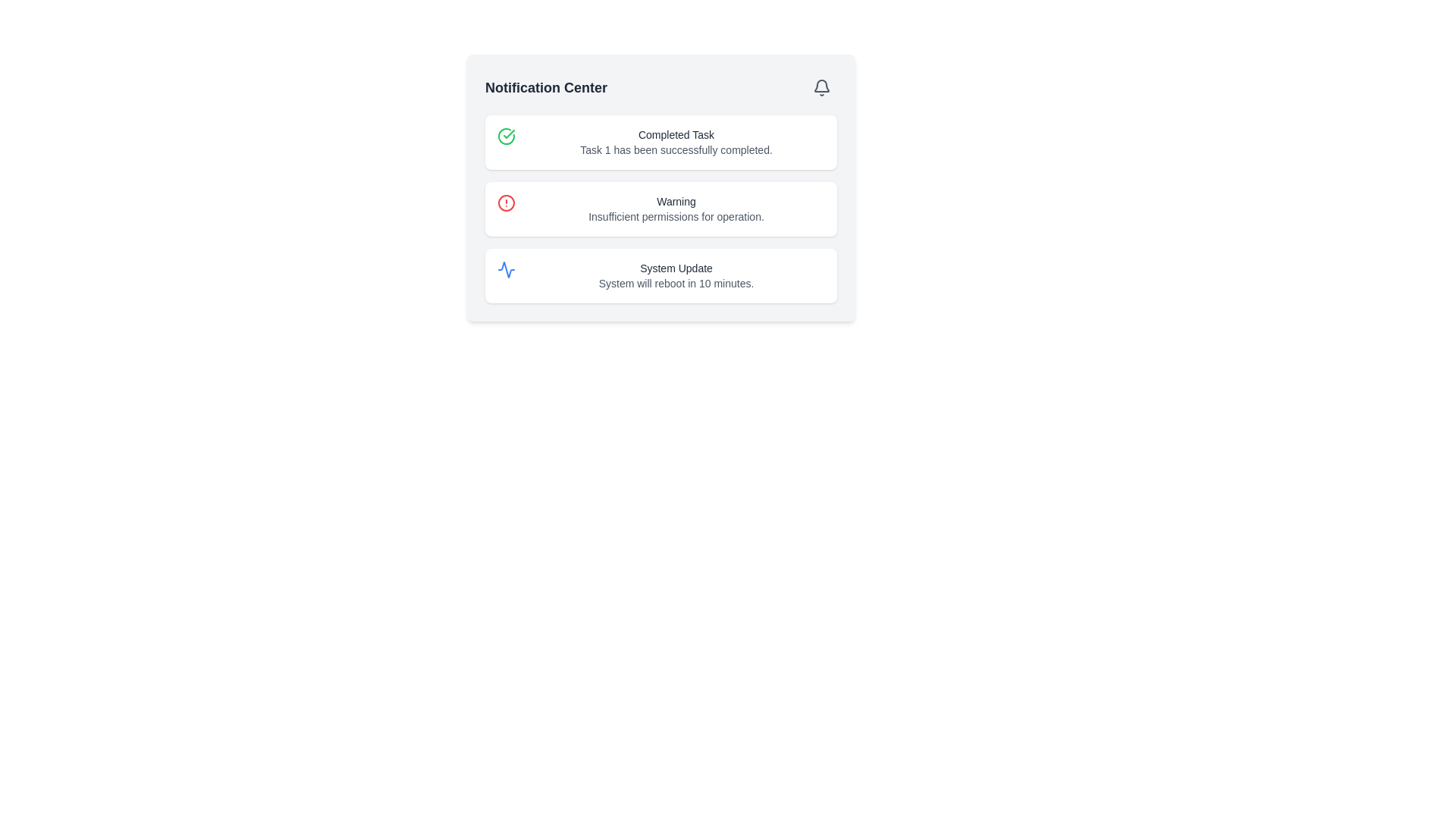 This screenshot has width=1456, height=819. Describe the element at coordinates (821, 87) in the screenshot. I see `the bell-shaped notification icon located in the top-right corner of the 'Notification Center' card` at that location.